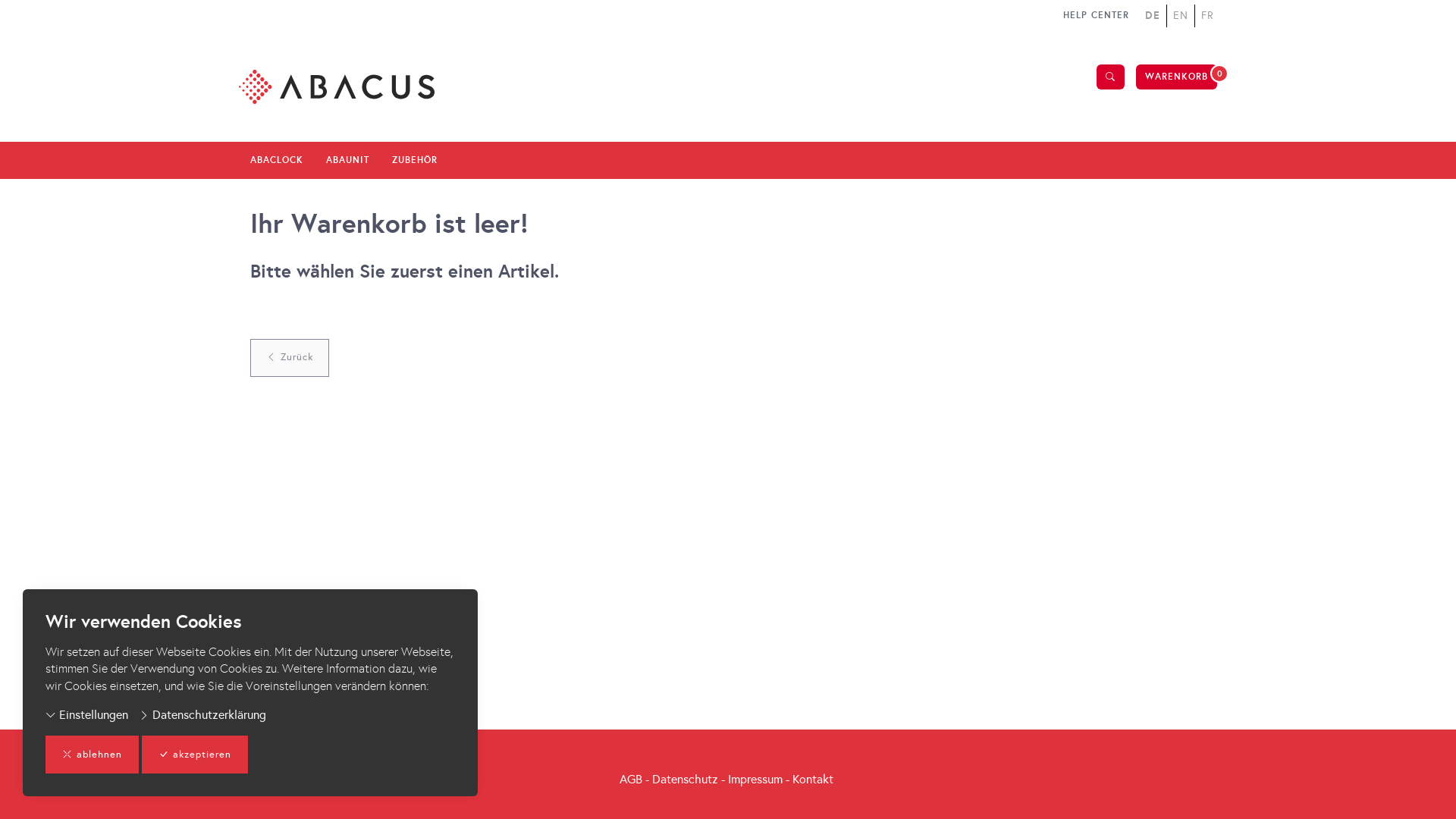 The height and width of the screenshot is (819, 1456). Describe the element at coordinates (728, 779) in the screenshot. I see `'Impressum'` at that location.